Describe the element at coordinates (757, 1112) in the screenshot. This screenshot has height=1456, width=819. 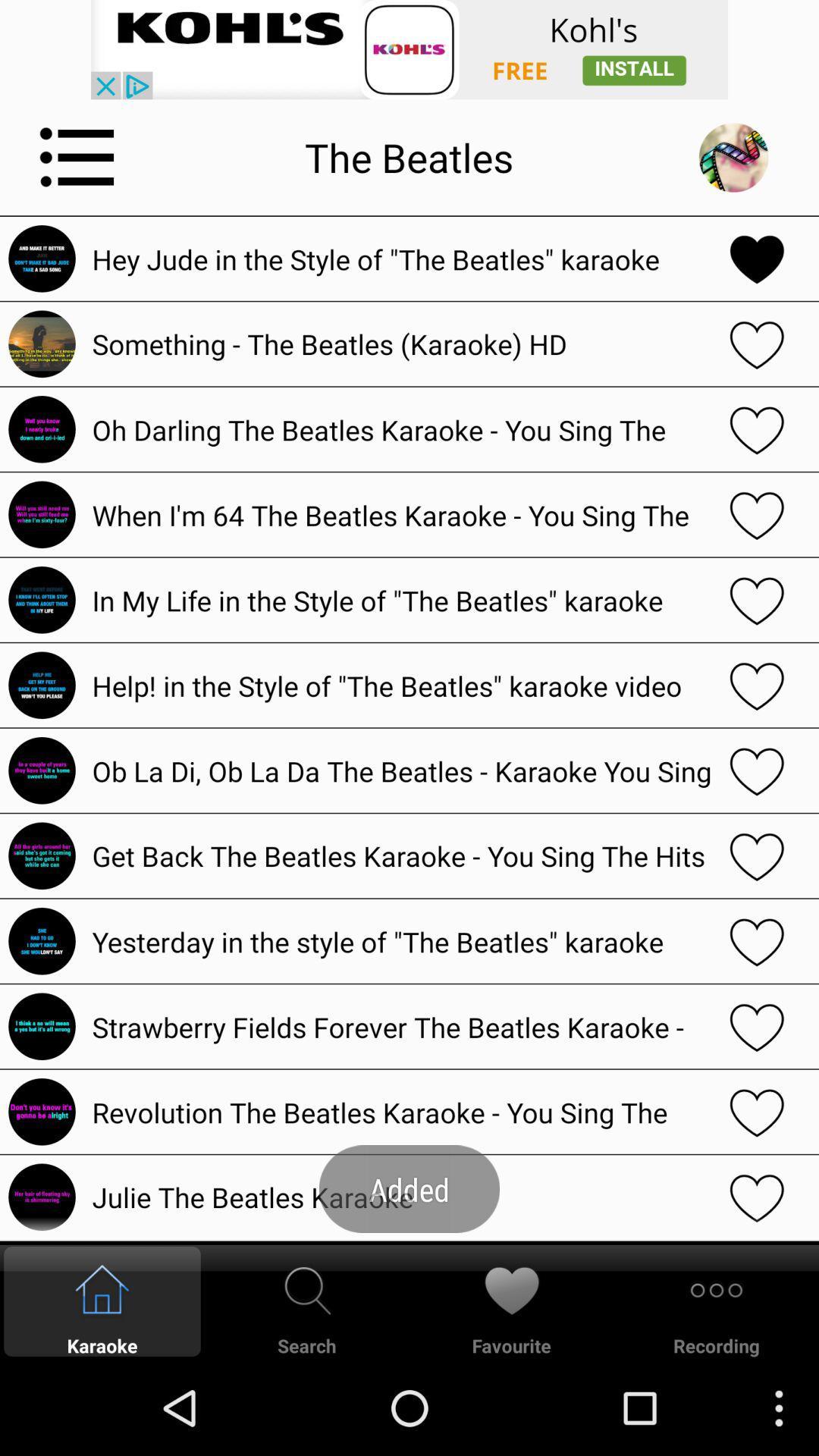
I see `to favorite` at that location.